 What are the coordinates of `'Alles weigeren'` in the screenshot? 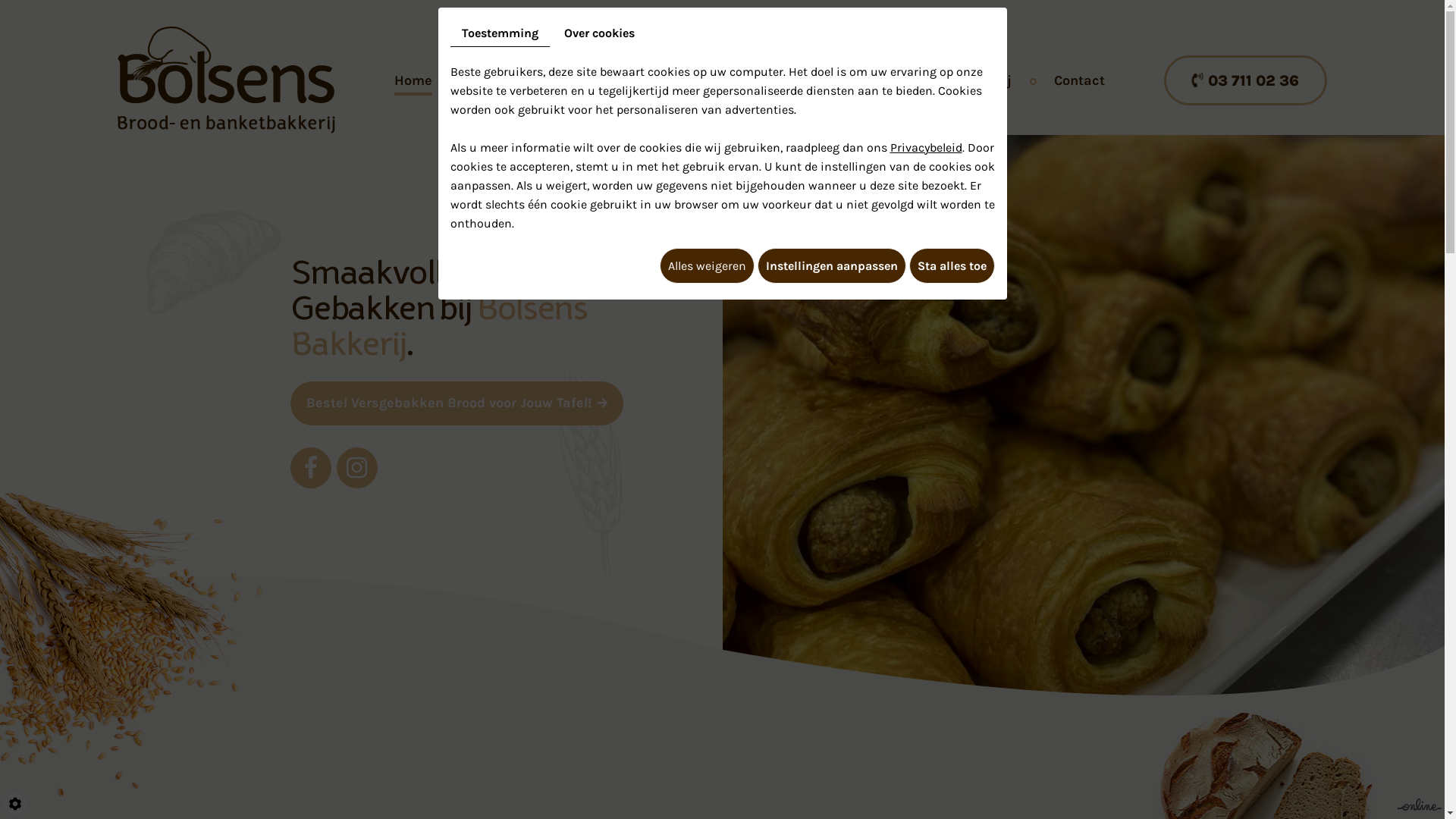 It's located at (659, 265).